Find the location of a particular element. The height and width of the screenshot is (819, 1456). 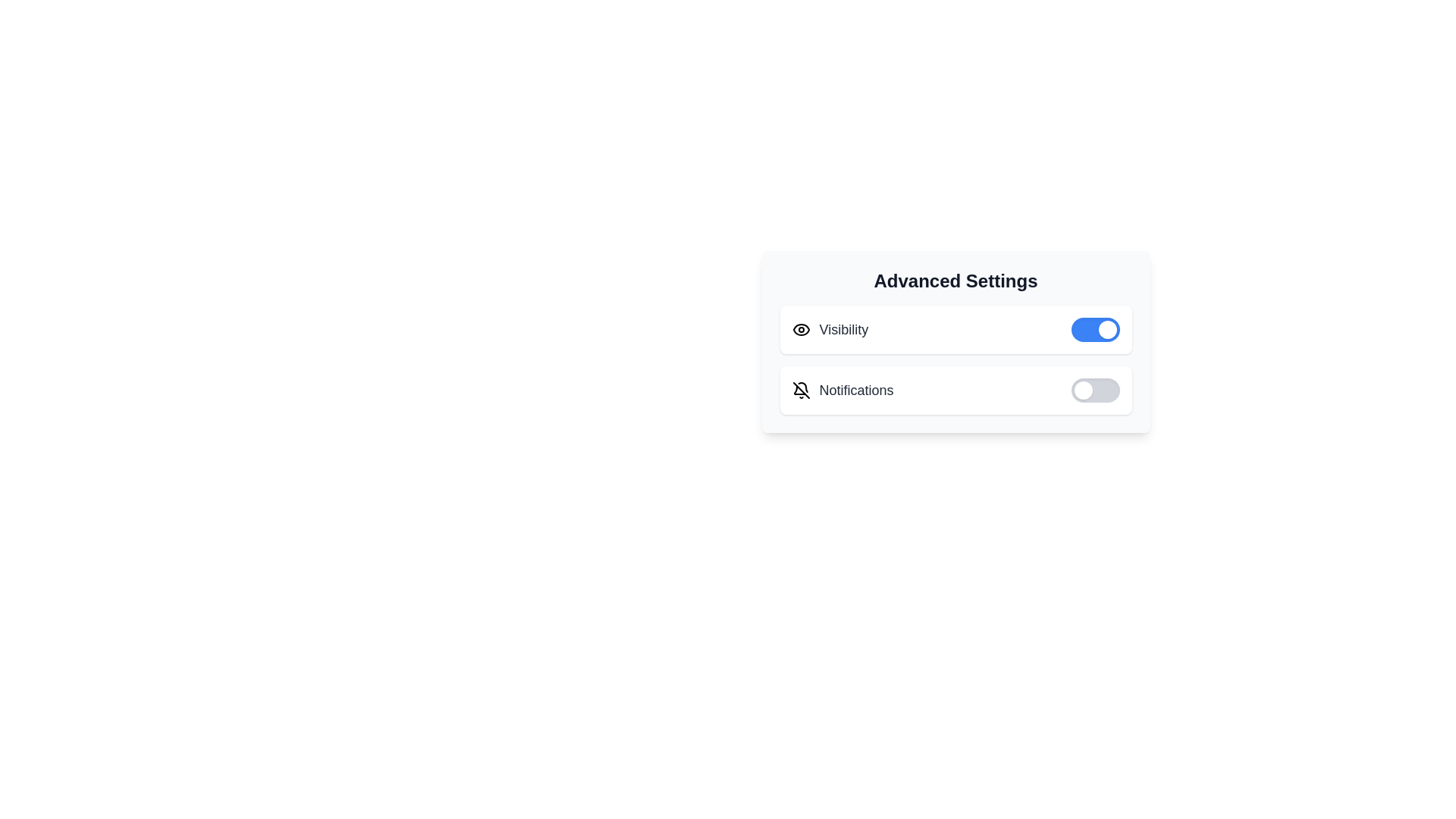

the 'Visibility' section to inspect its label and icon is located at coordinates (829, 329).